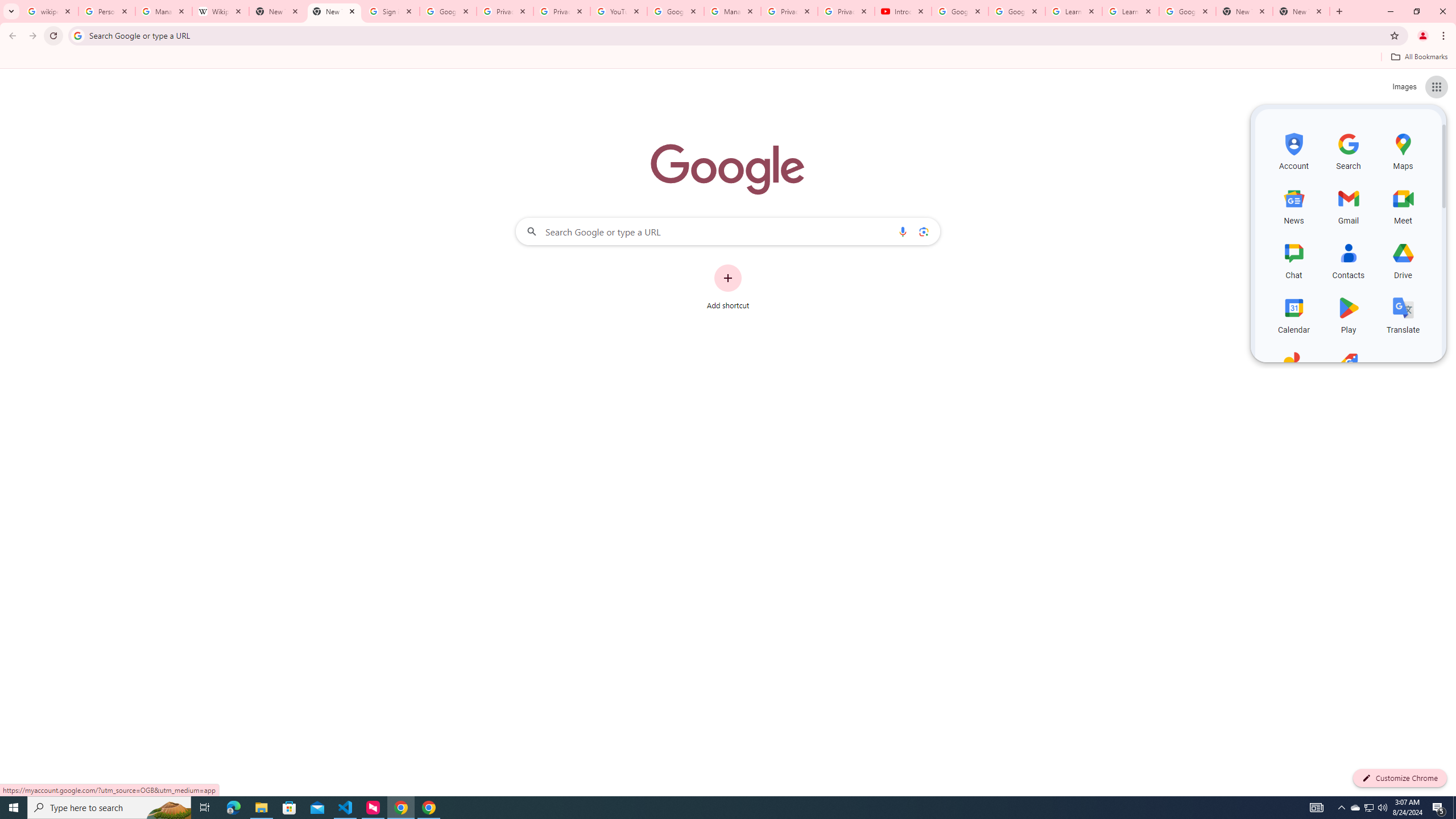  I want to click on 'Search by voice', so click(902, 230).